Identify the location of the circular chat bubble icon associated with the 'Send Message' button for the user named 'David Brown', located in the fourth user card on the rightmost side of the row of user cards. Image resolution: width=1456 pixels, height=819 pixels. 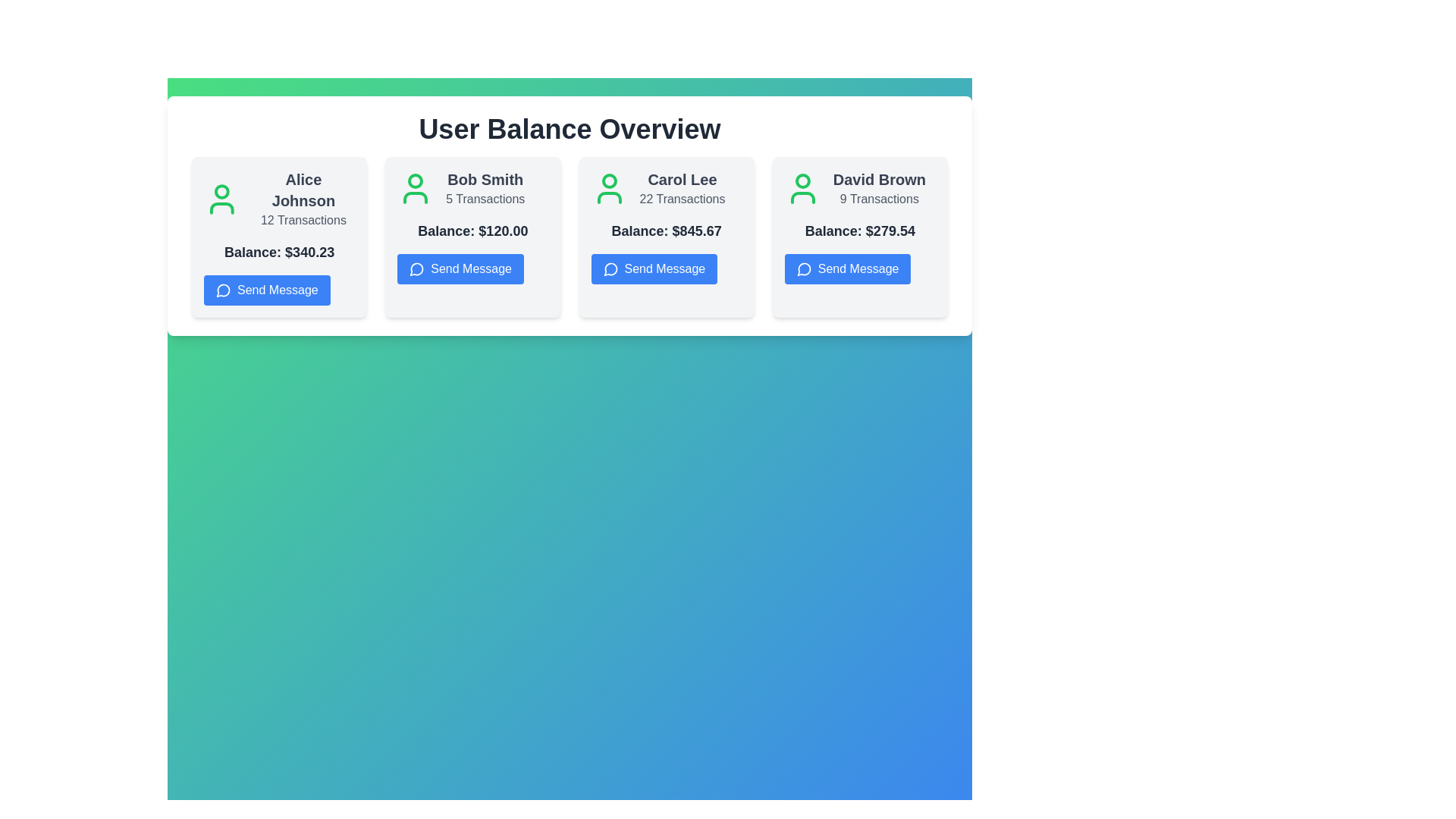
(803, 268).